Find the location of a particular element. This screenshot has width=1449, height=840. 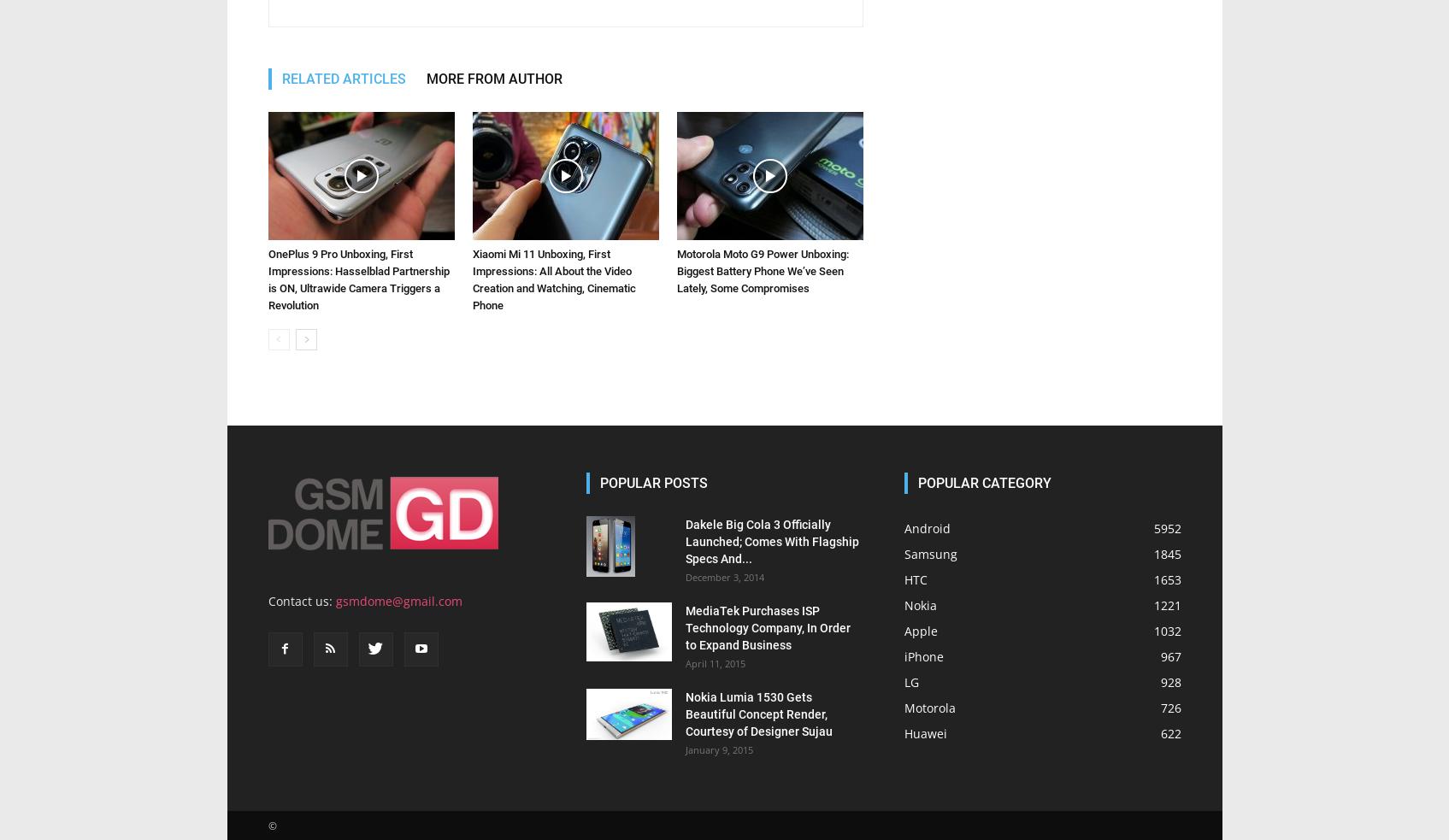

'MediaTek Purchases ISP Technology Company, In Order to Expand Business' is located at coordinates (766, 392).